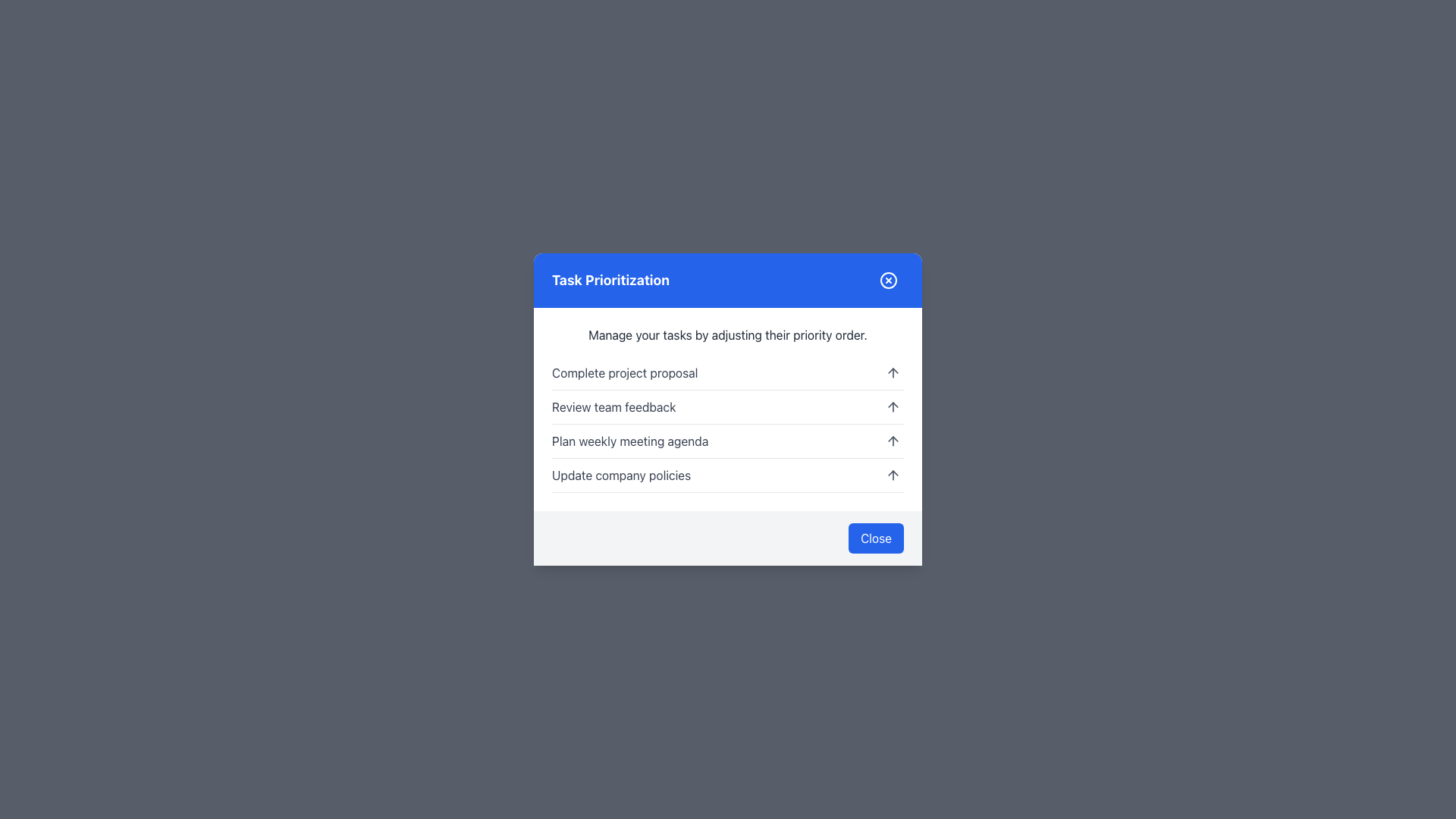 The height and width of the screenshot is (819, 1456). I want to click on the priority adjustment button for the task 'Complete project proposal', so click(893, 373).